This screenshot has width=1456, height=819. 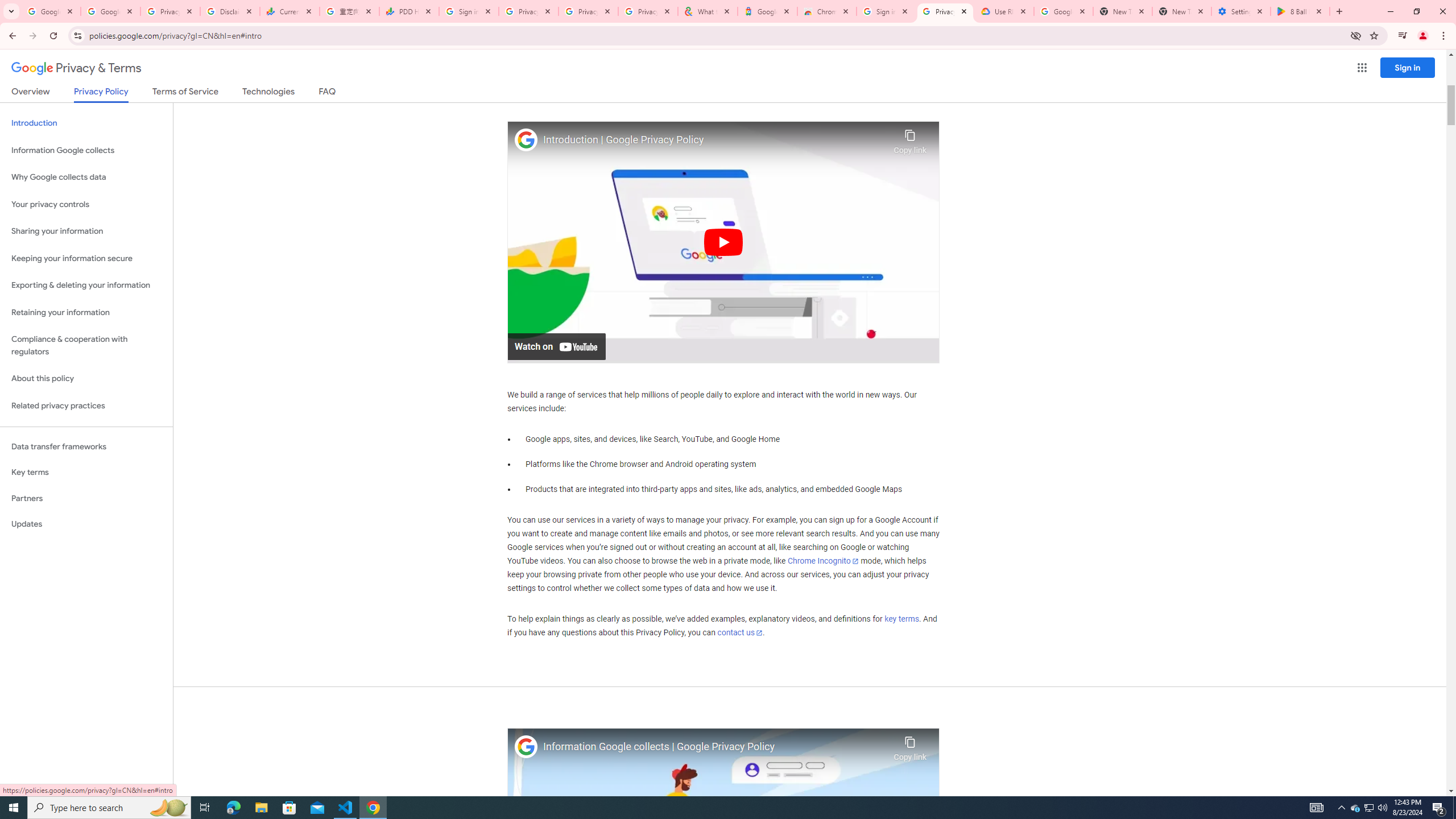 What do you see at coordinates (715, 747) in the screenshot?
I see `'Information Google collects | Google Privacy Policy'` at bounding box center [715, 747].